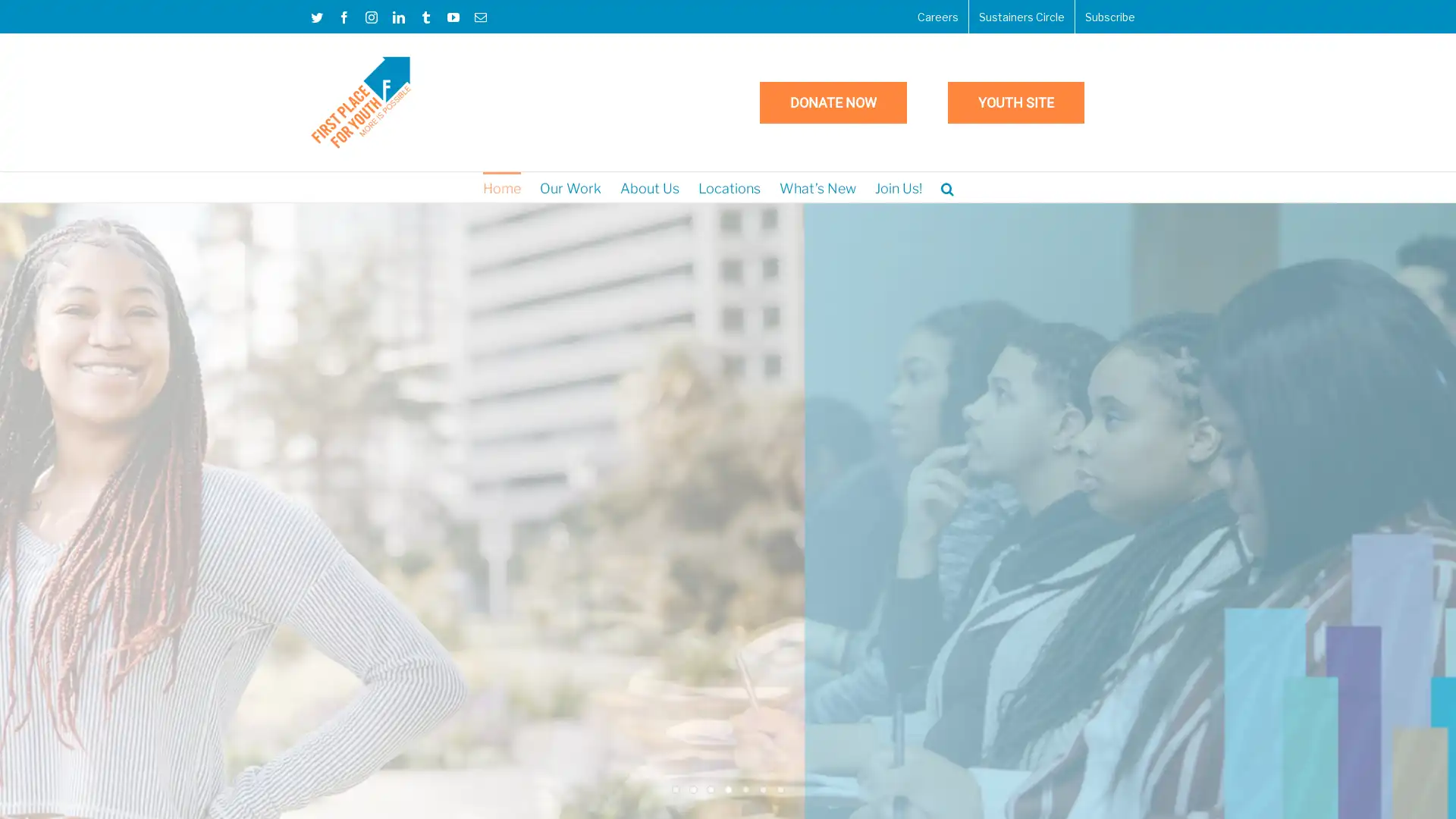 The width and height of the screenshot is (1456, 819). Describe the element at coordinates (946, 186) in the screenshot. I see `Search` at that location.